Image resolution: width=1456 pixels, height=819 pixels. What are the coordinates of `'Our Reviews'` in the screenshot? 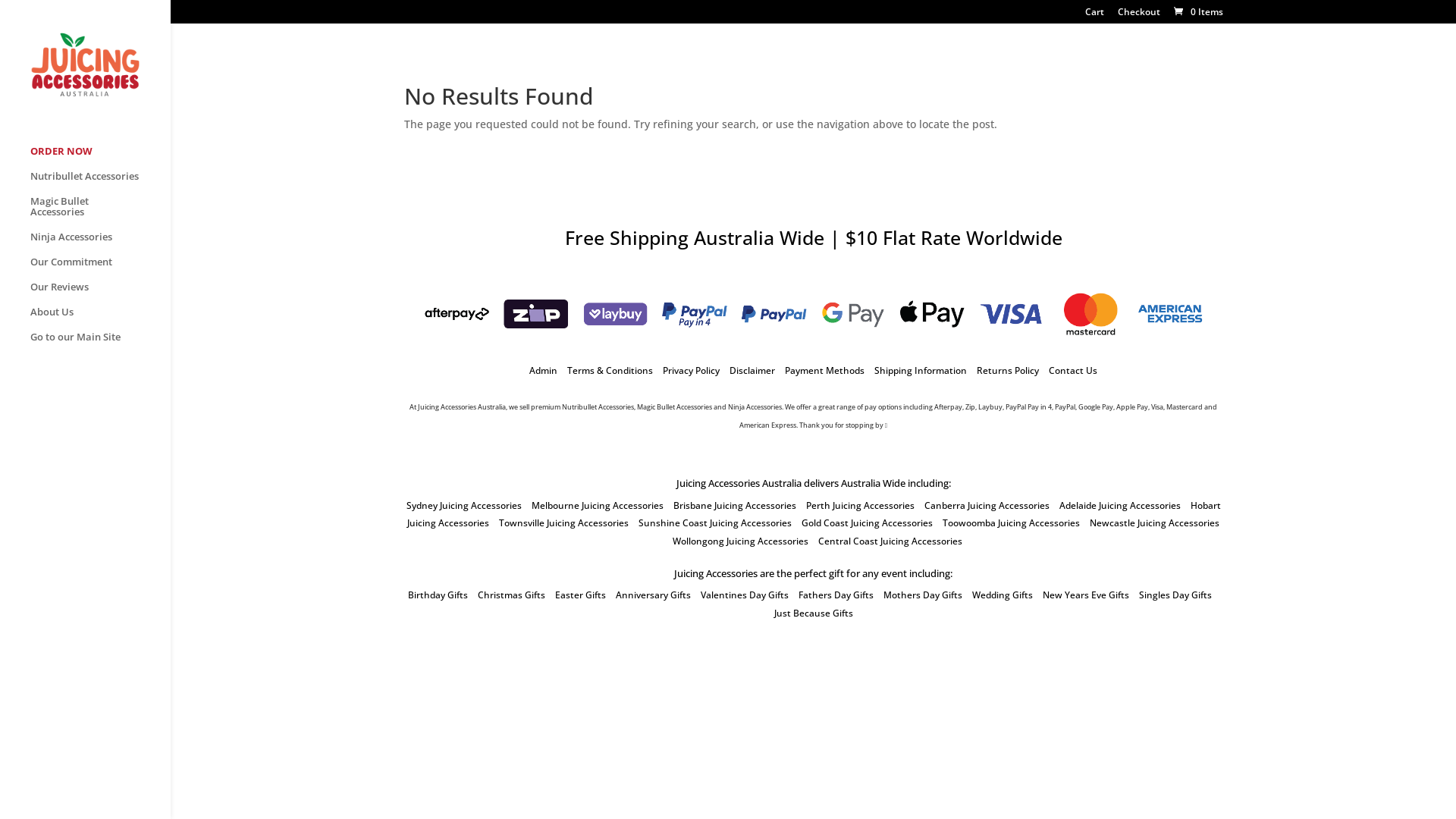 It's located at (99, 293).